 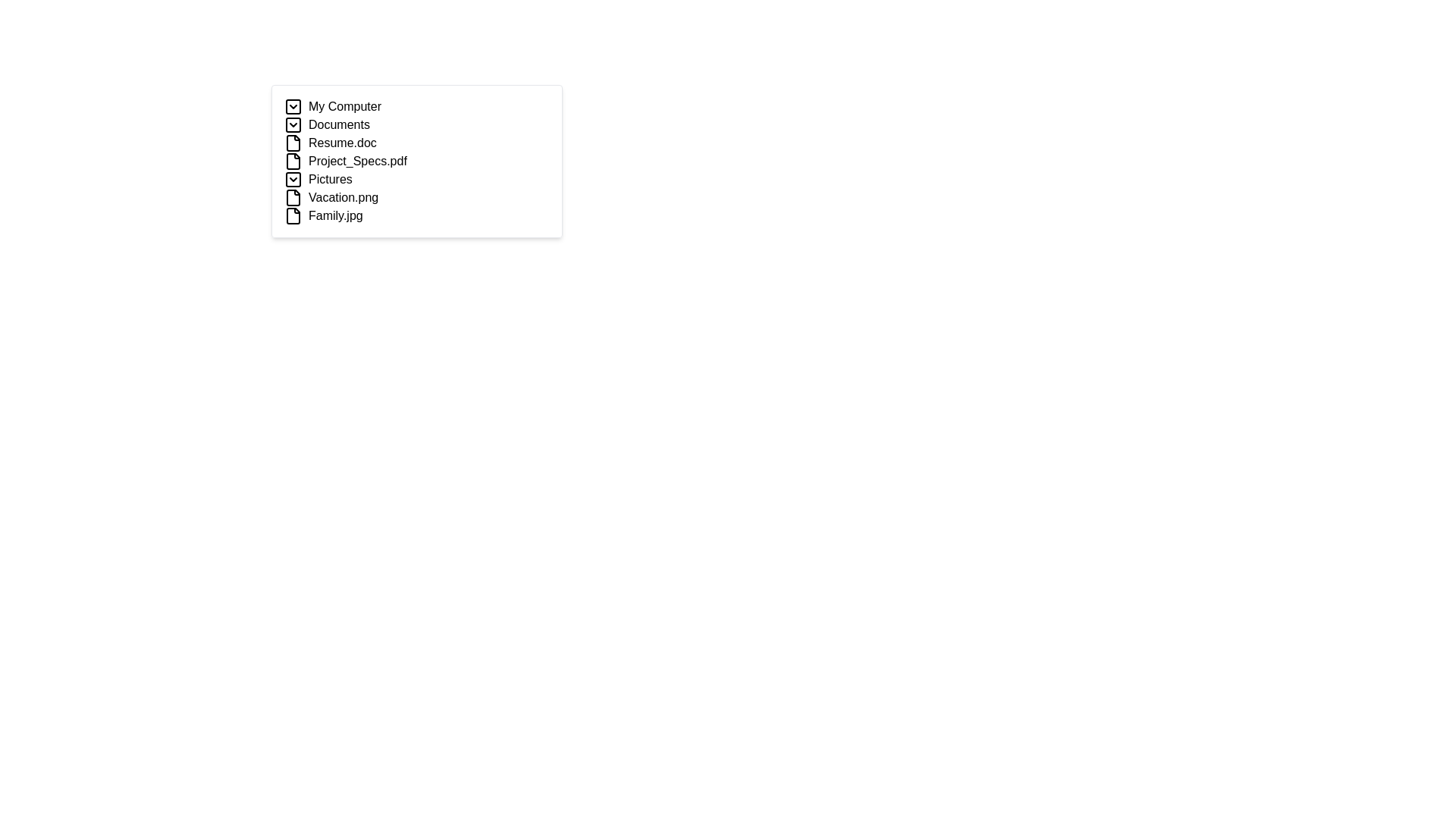 What do you see at coordinates (417, 216) in the screenshot?
I see `the file entry labeled 'Family.jpg'` at bounding box center [417, 216].